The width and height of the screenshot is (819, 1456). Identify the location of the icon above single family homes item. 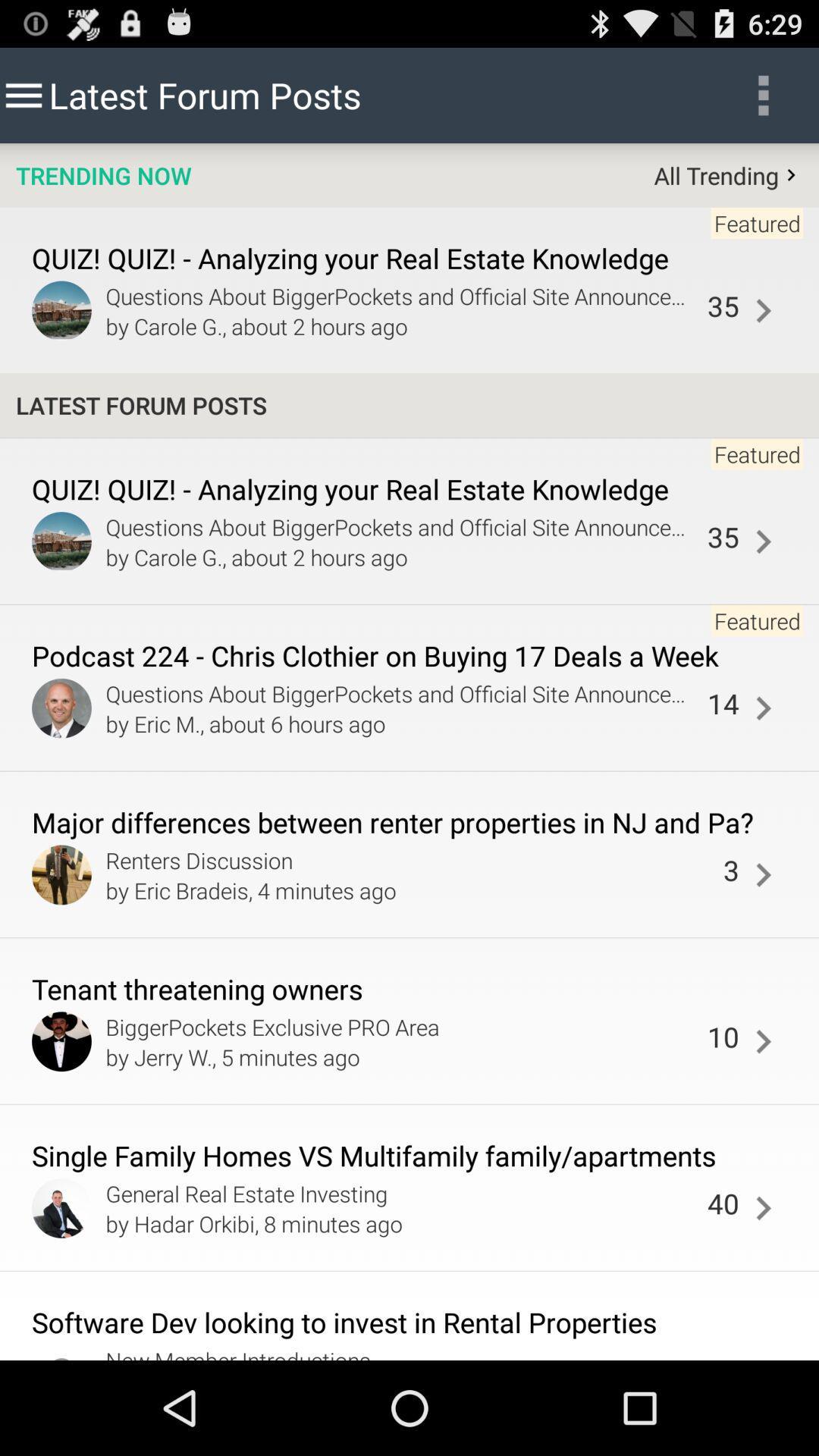
(722, 1036).